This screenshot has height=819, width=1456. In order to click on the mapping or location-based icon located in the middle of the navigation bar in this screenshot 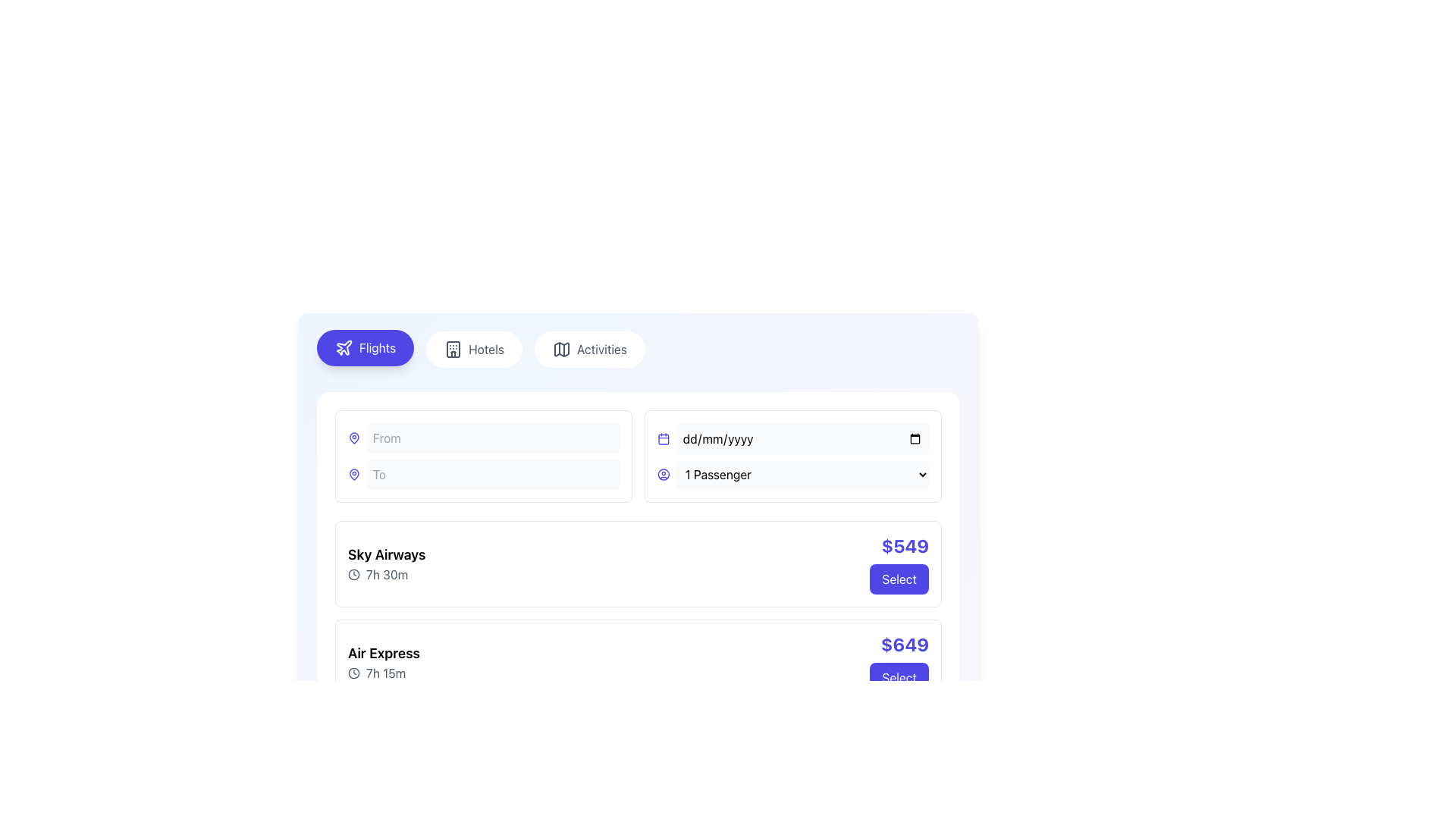, I will do `click(560, 350)`.